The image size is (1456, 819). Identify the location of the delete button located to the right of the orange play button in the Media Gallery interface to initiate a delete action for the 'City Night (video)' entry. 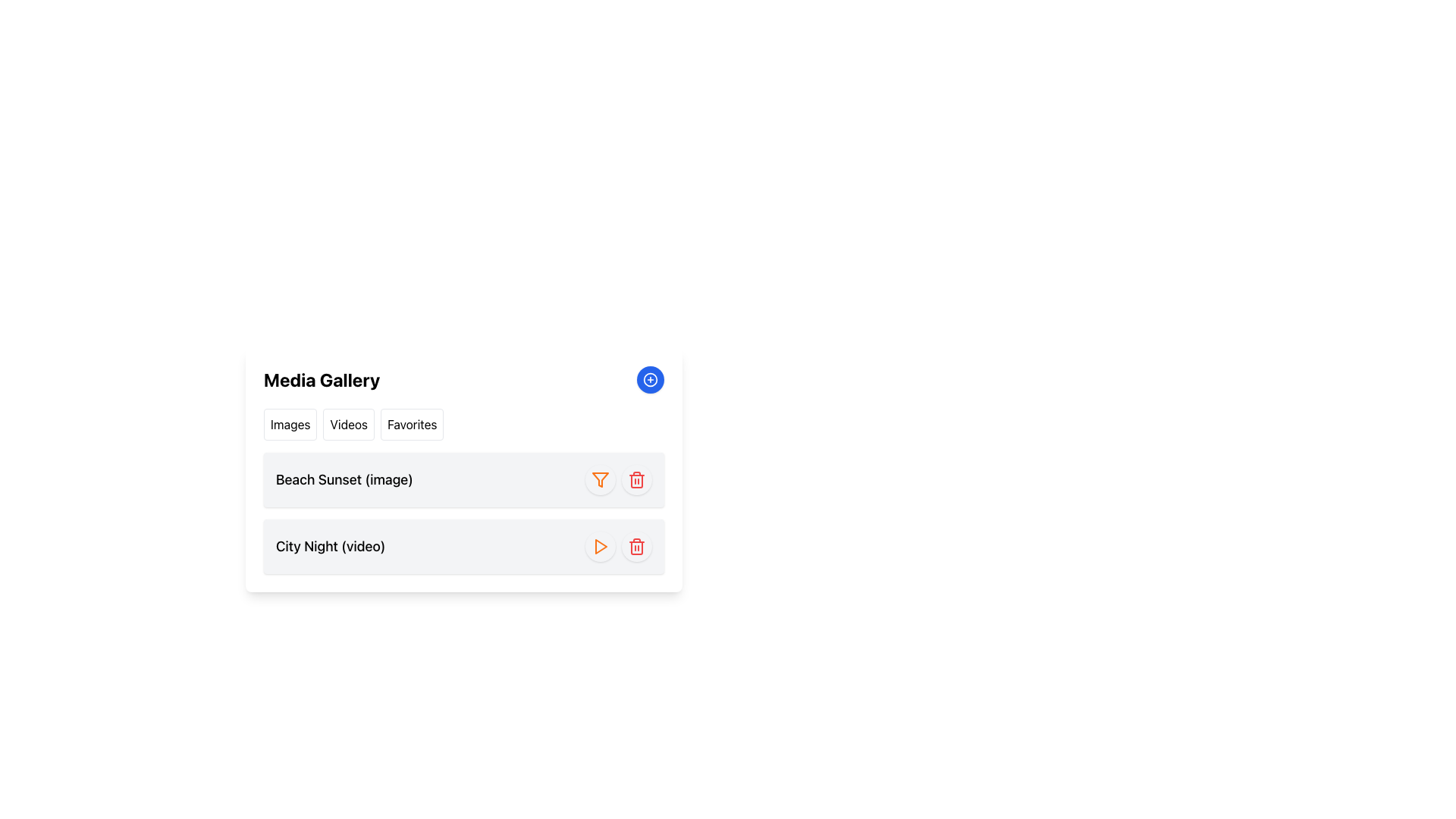
(637, 547).